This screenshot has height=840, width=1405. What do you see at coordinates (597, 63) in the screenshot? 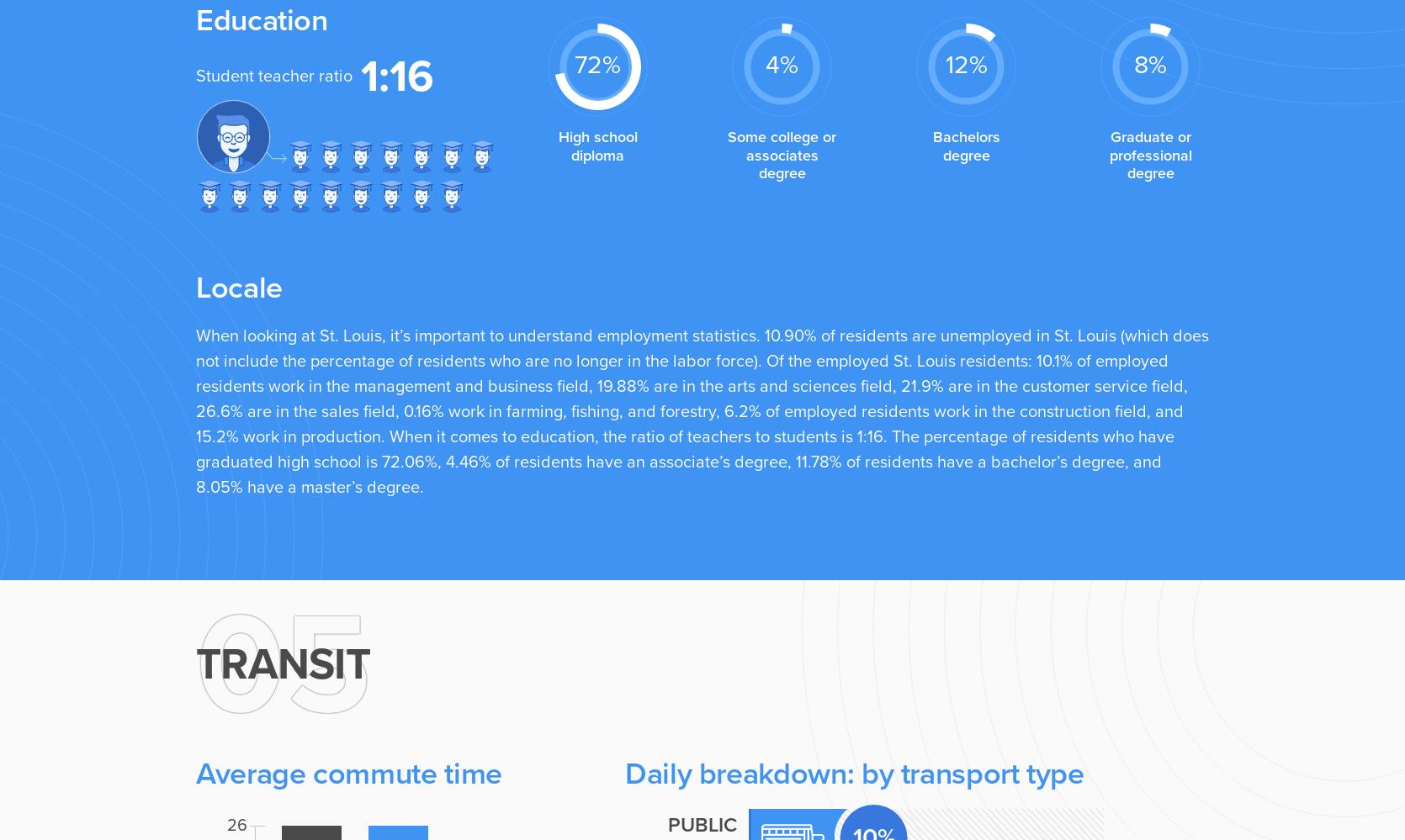
I see `'72%'` at bounding box center [597, 63].